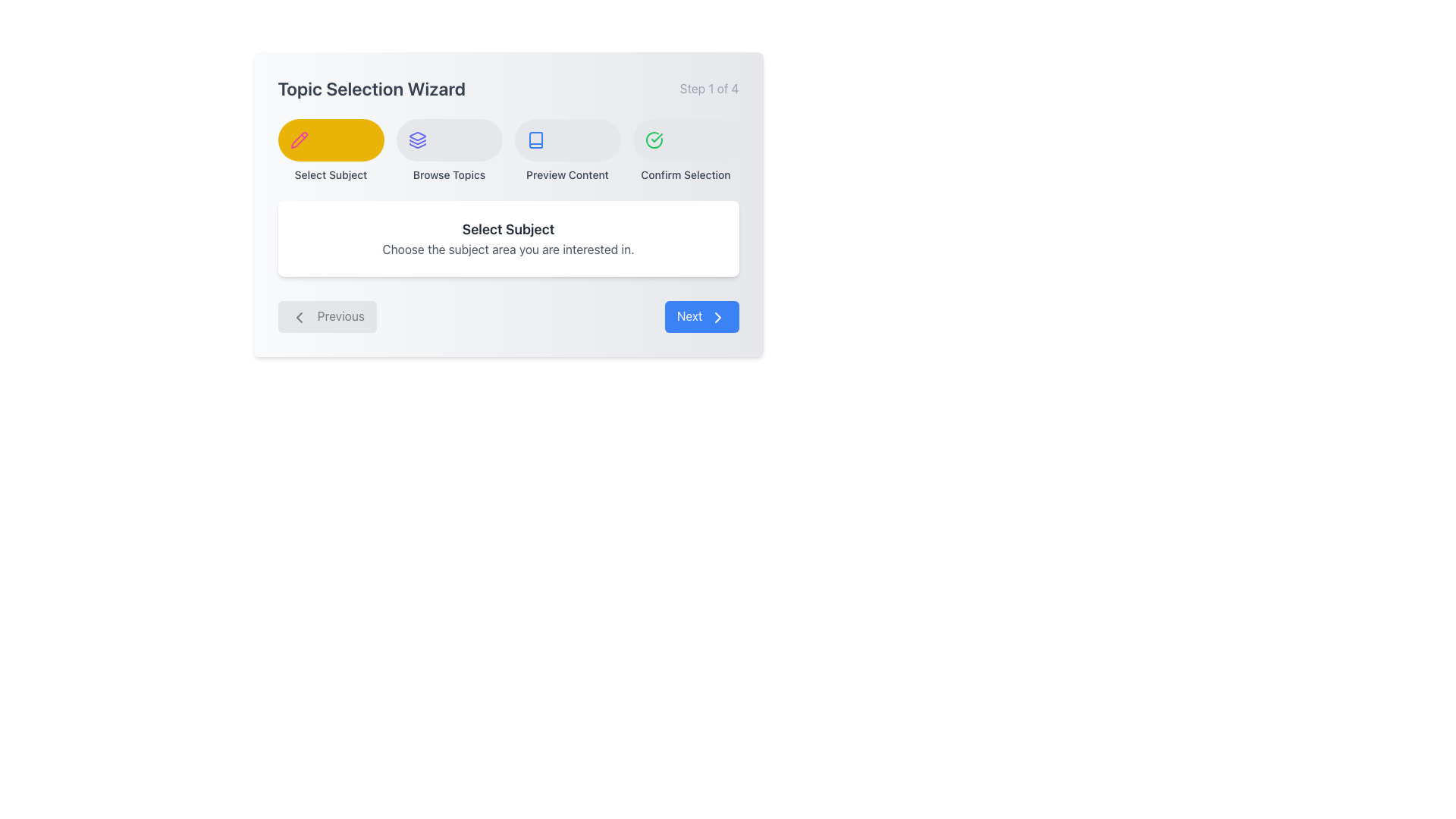 The width and height of the screenshot is (1456, 819). I want to click on the 'Preview Content' button in the navigation menu, so click(566, 140).